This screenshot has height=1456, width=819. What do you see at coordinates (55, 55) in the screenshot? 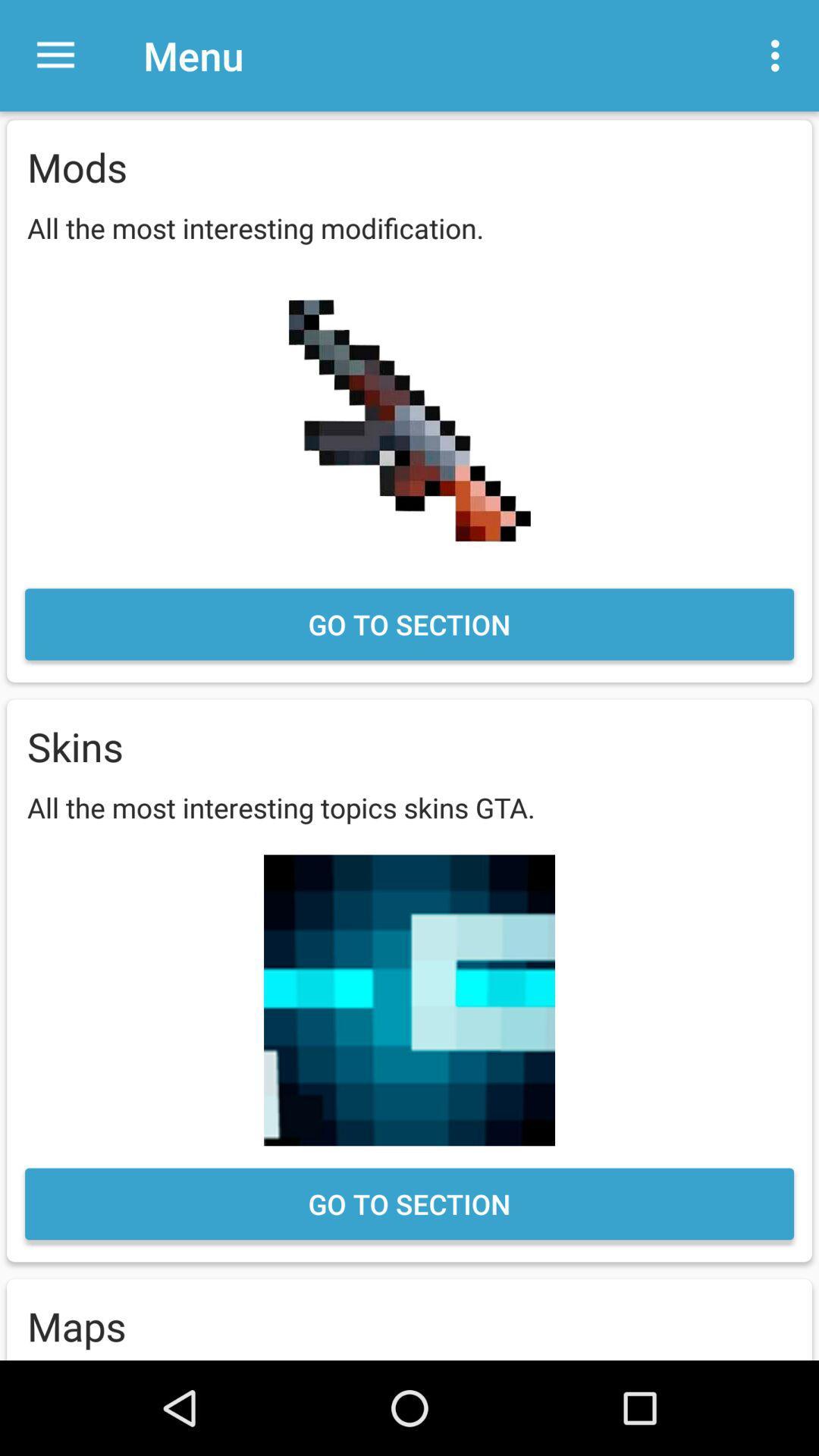
I see `item next to the menu icon` at bounding box center [55, 55].